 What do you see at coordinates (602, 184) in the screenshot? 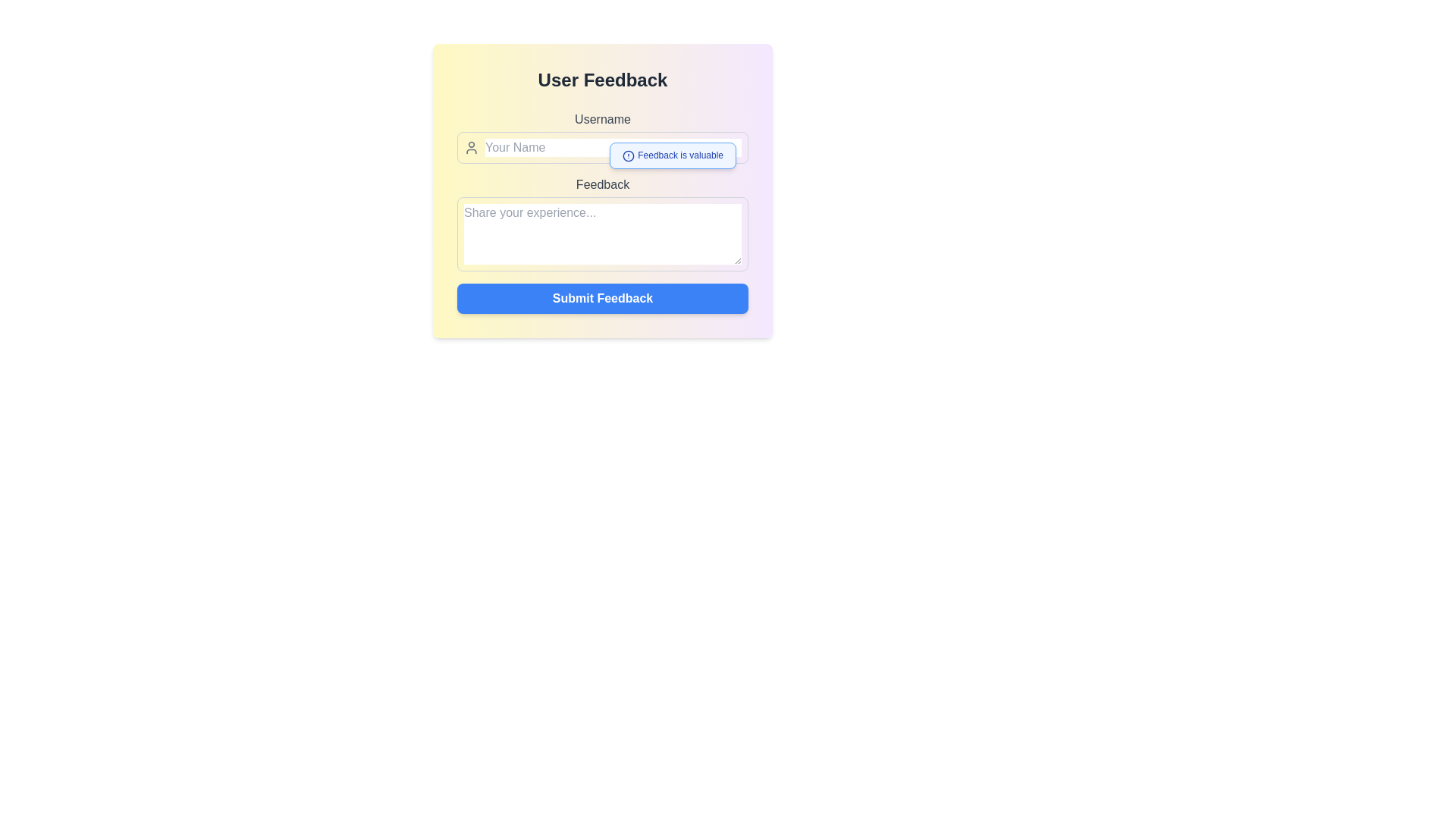
I see `the 'Feedback' text label, which is styled in muted gray and positioned above the multi-line text box for user input` at bounding box center [602, 184].